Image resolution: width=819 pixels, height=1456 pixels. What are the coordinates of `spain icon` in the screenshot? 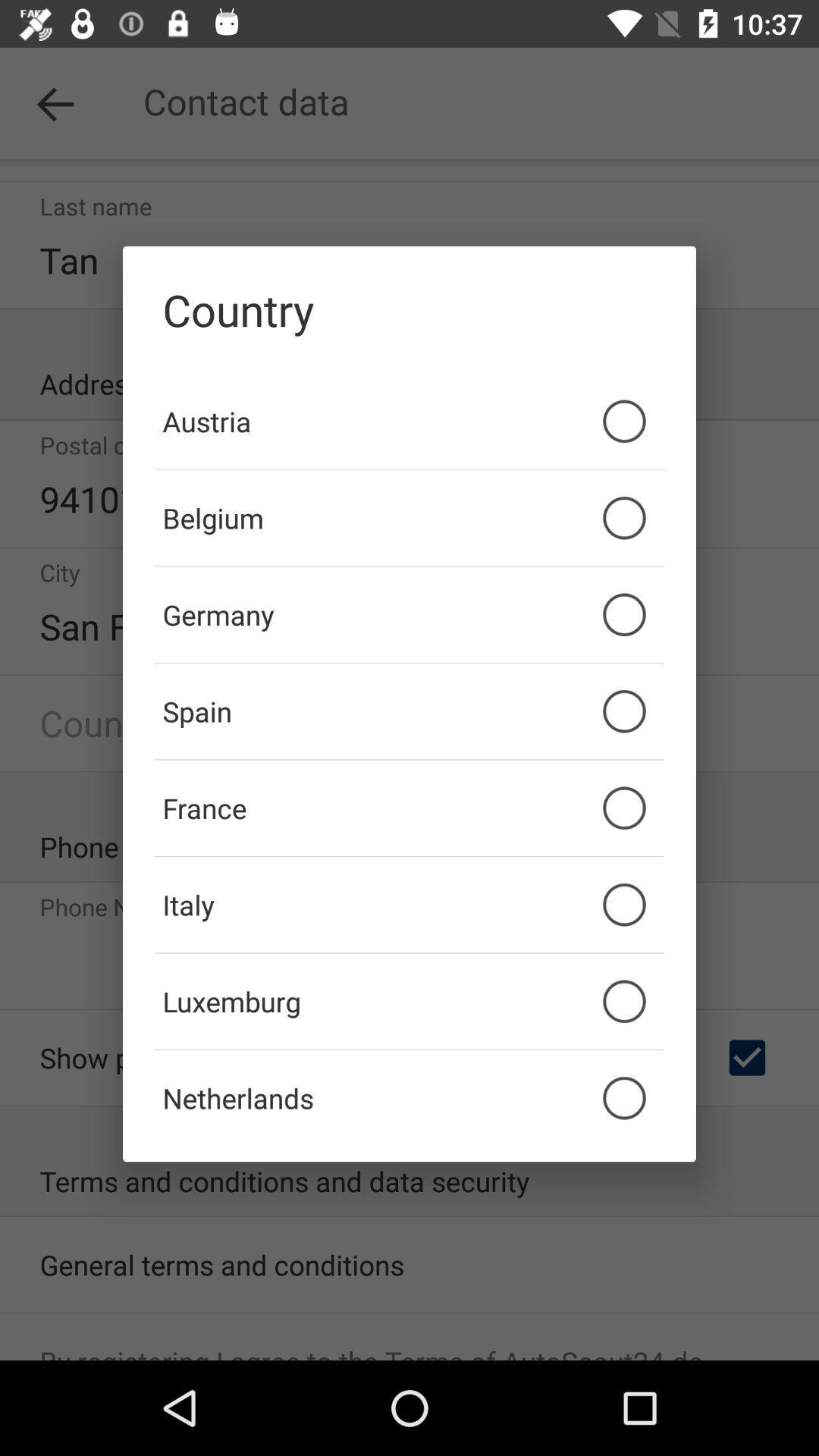 It's located at (409, 711).